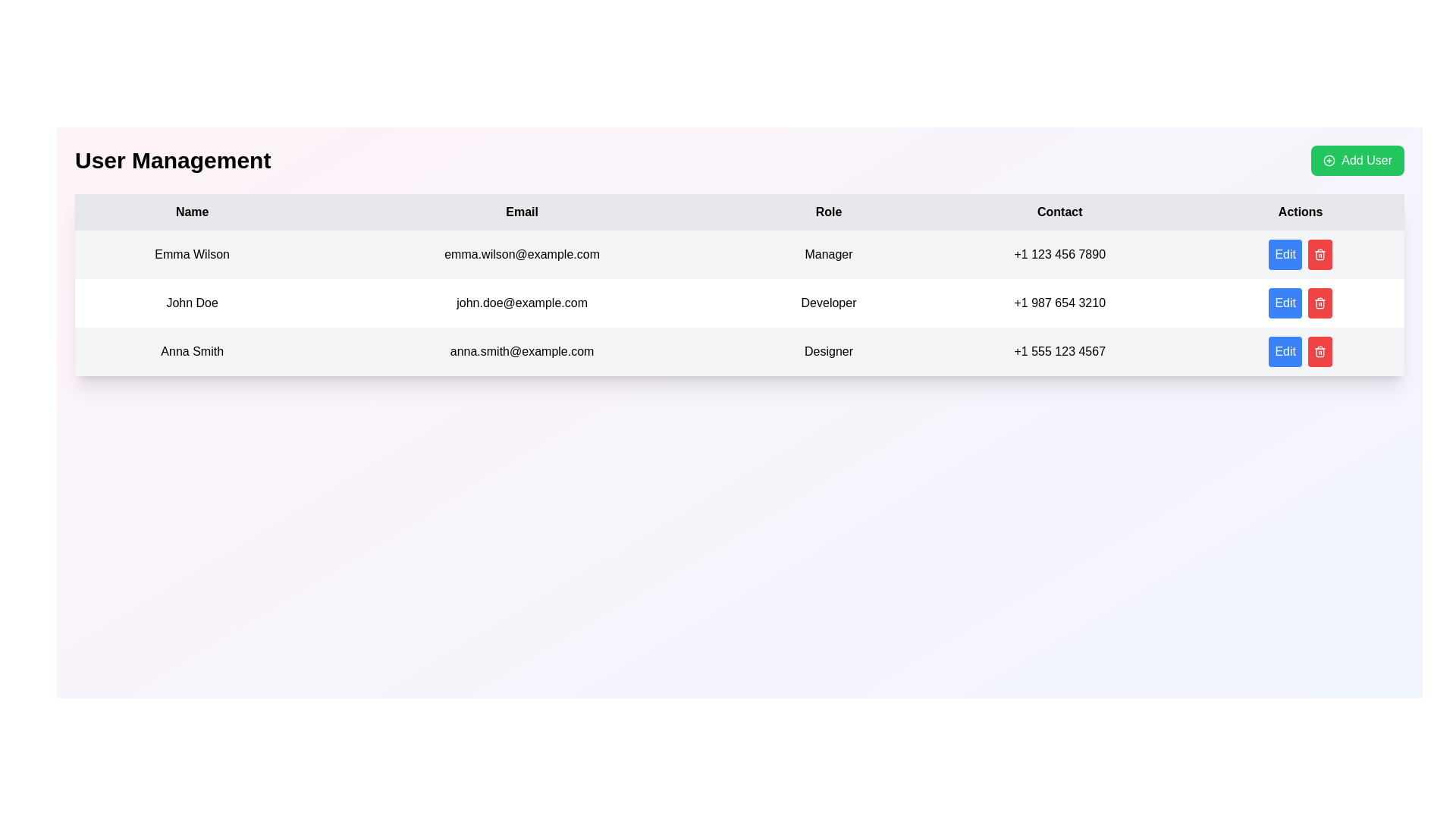  Describe the element at coordinates (1059, 351) in the screenshot. I see `the Label displaying the phone number '+1 555 123 4567' located in the 'Contact' column of the third row of the table, aligned with 'Anna Smith', 'anna.smith@example.com', and 'Designer'` at that location.